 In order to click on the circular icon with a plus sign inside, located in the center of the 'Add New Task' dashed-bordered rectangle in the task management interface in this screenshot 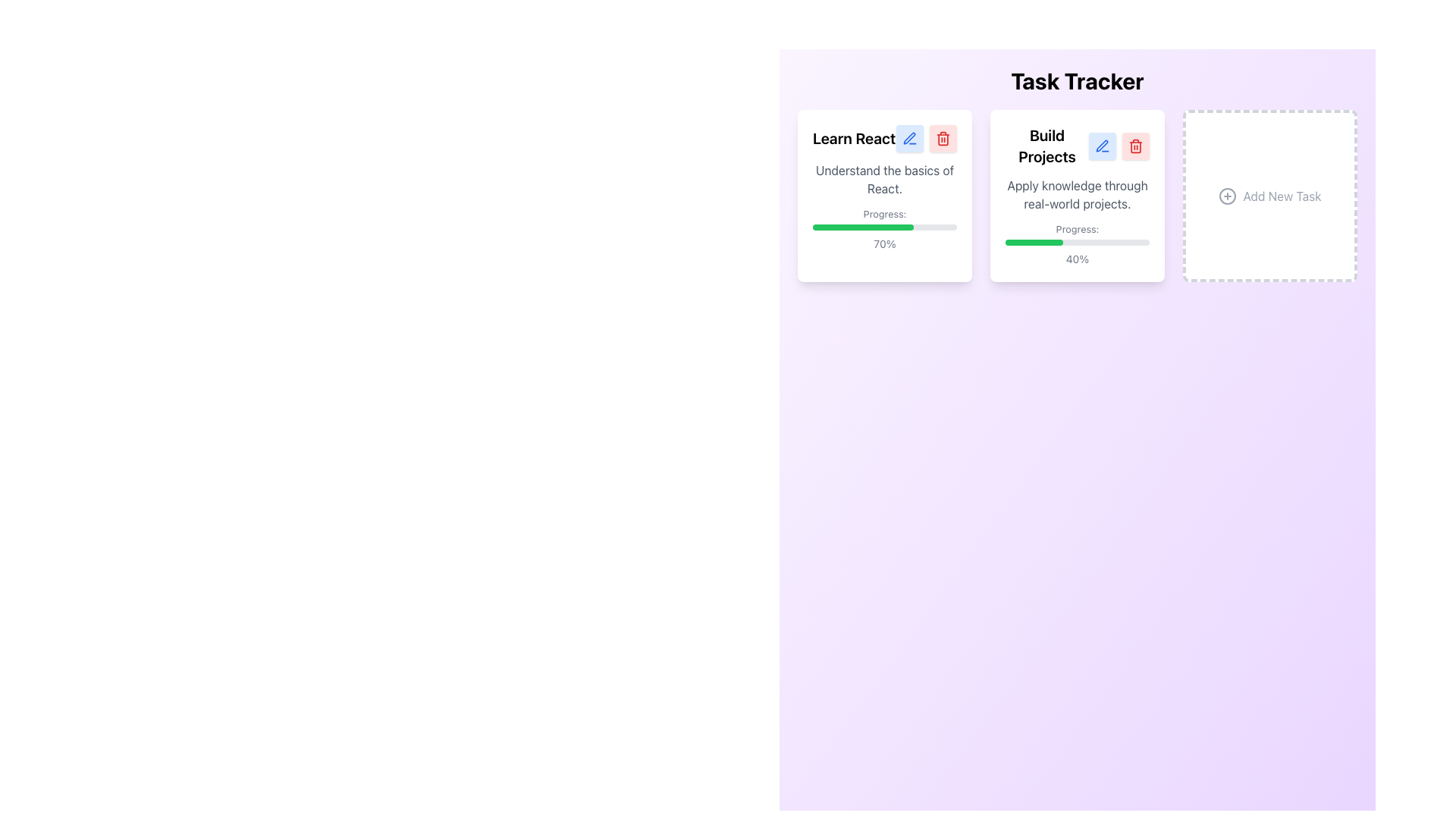, I will do `click(1228, 195)`.